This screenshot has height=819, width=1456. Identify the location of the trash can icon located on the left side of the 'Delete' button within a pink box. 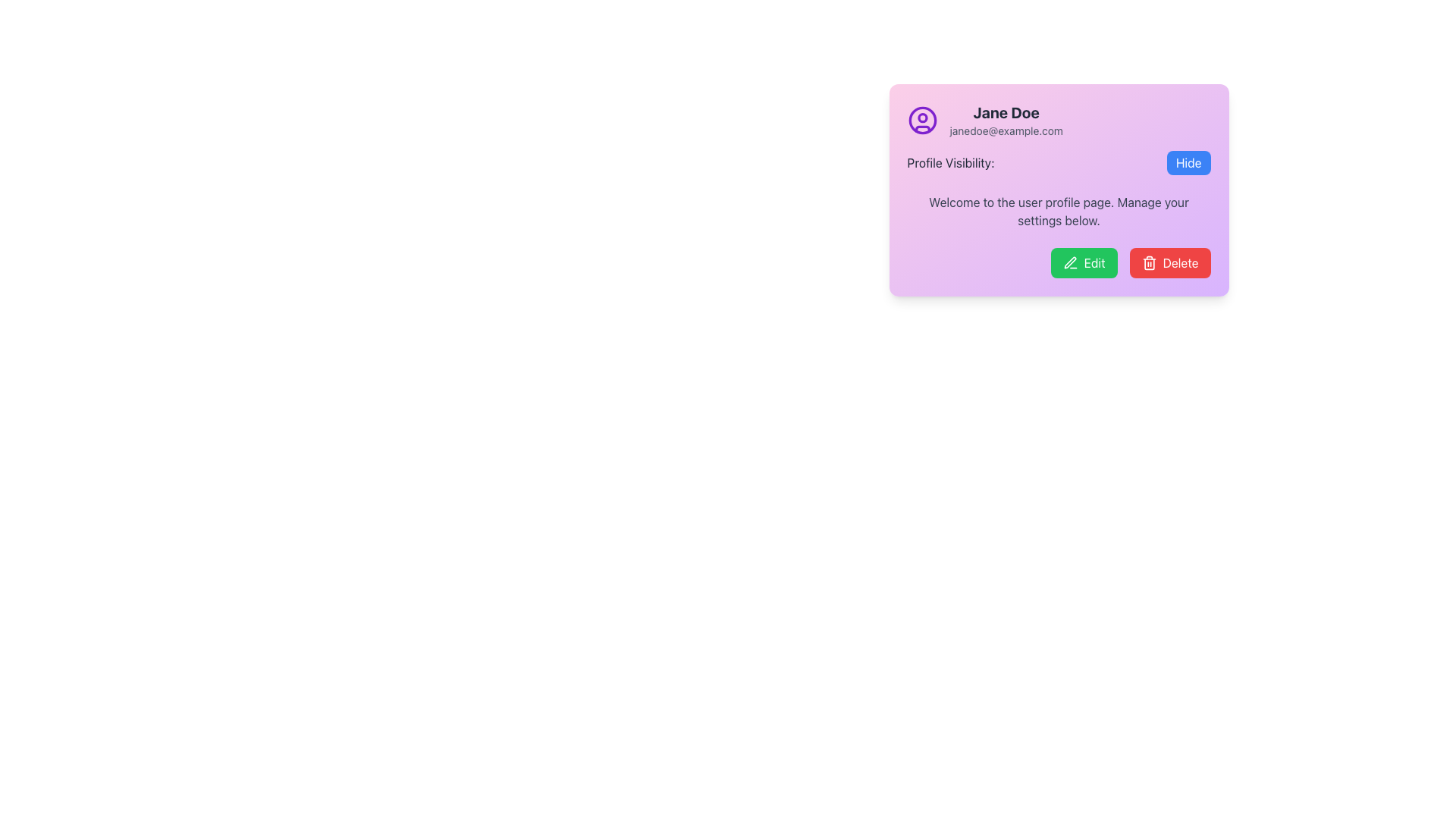
(1149, 262).